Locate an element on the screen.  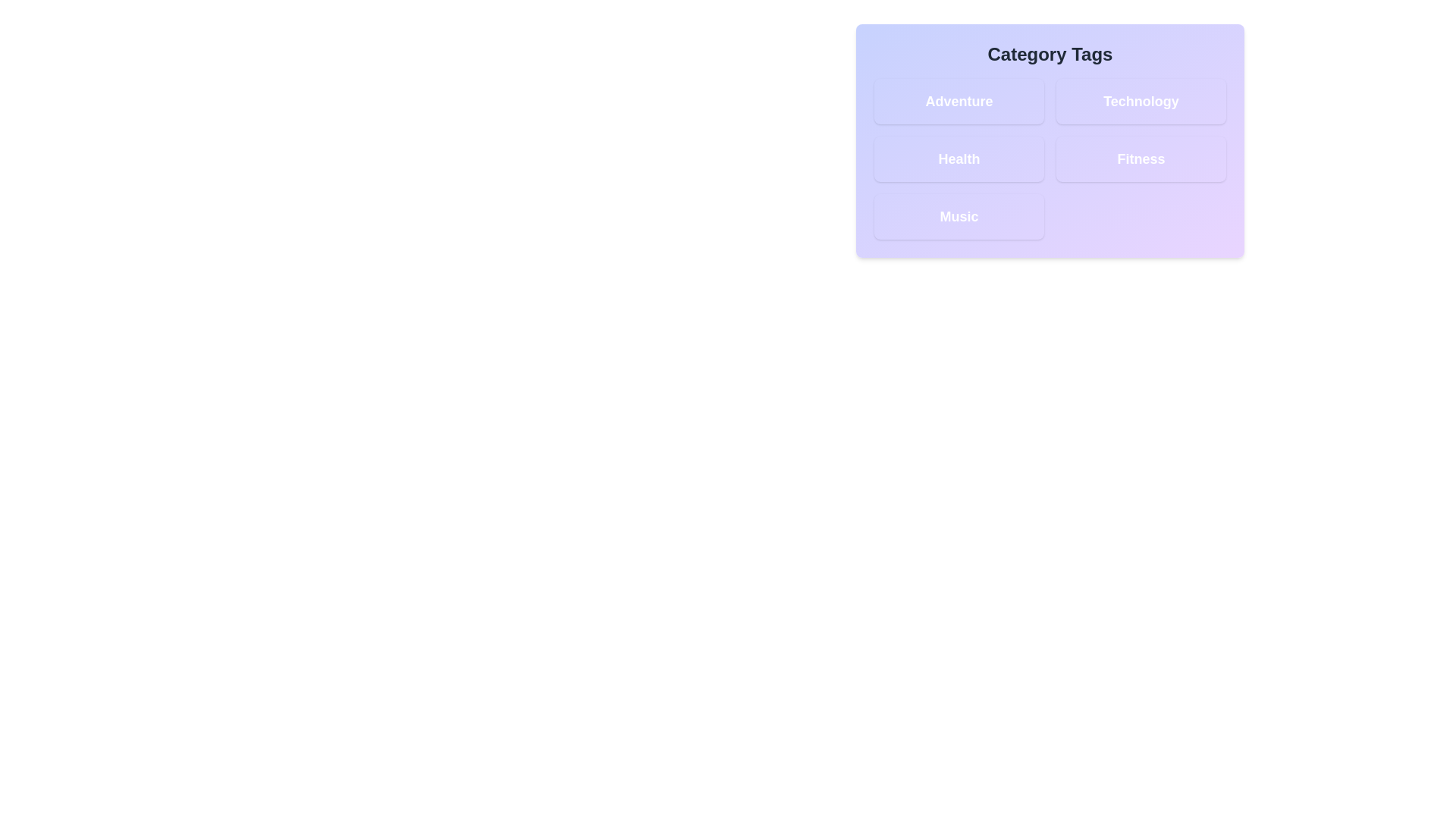
the tag labeled Technology to toggle its active state is located at coordinates (1141, 102).